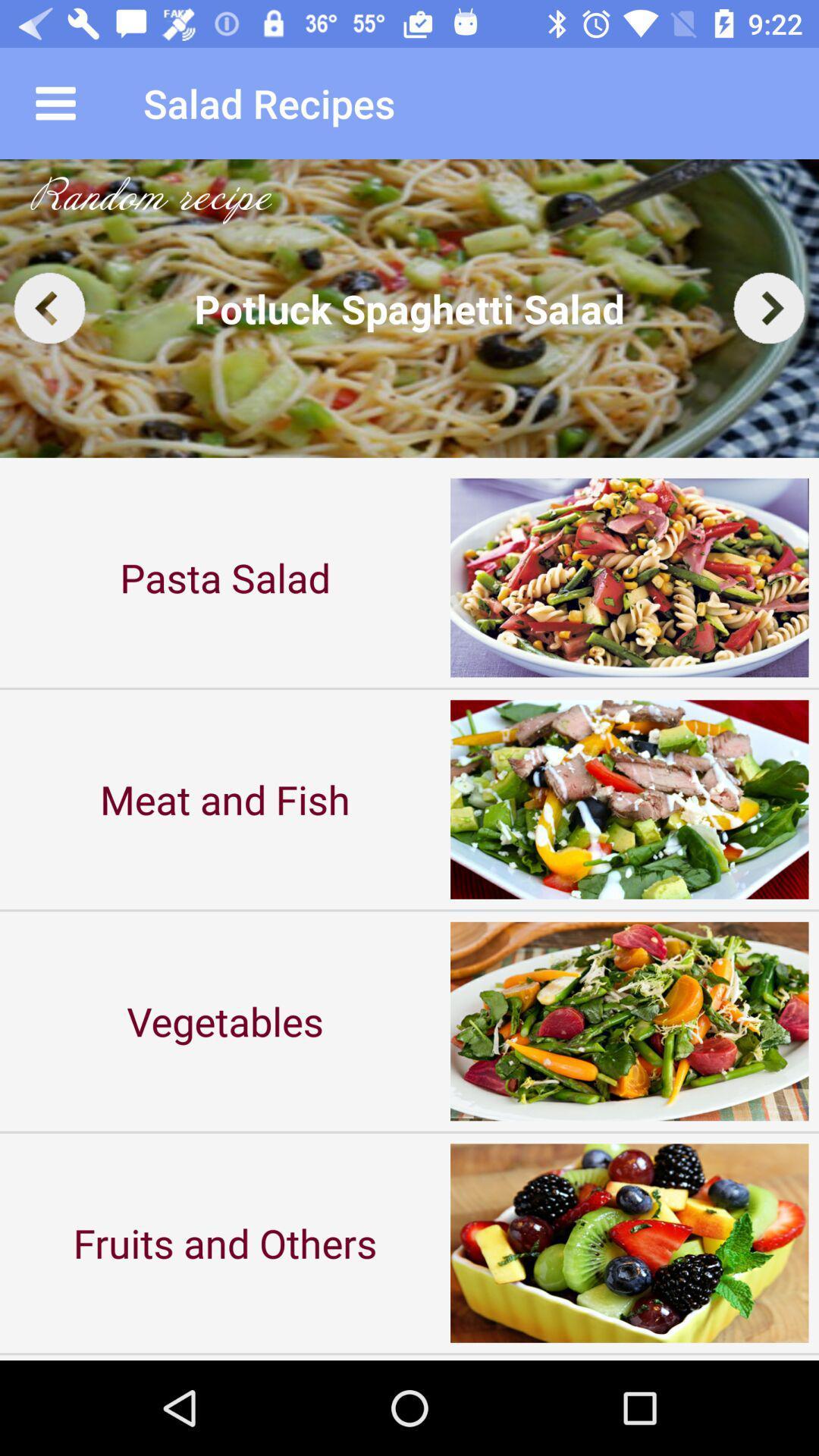  Describe the element at coordinates (225, 1243) in the screenshot. I see `icon below vegetables item` at that location.